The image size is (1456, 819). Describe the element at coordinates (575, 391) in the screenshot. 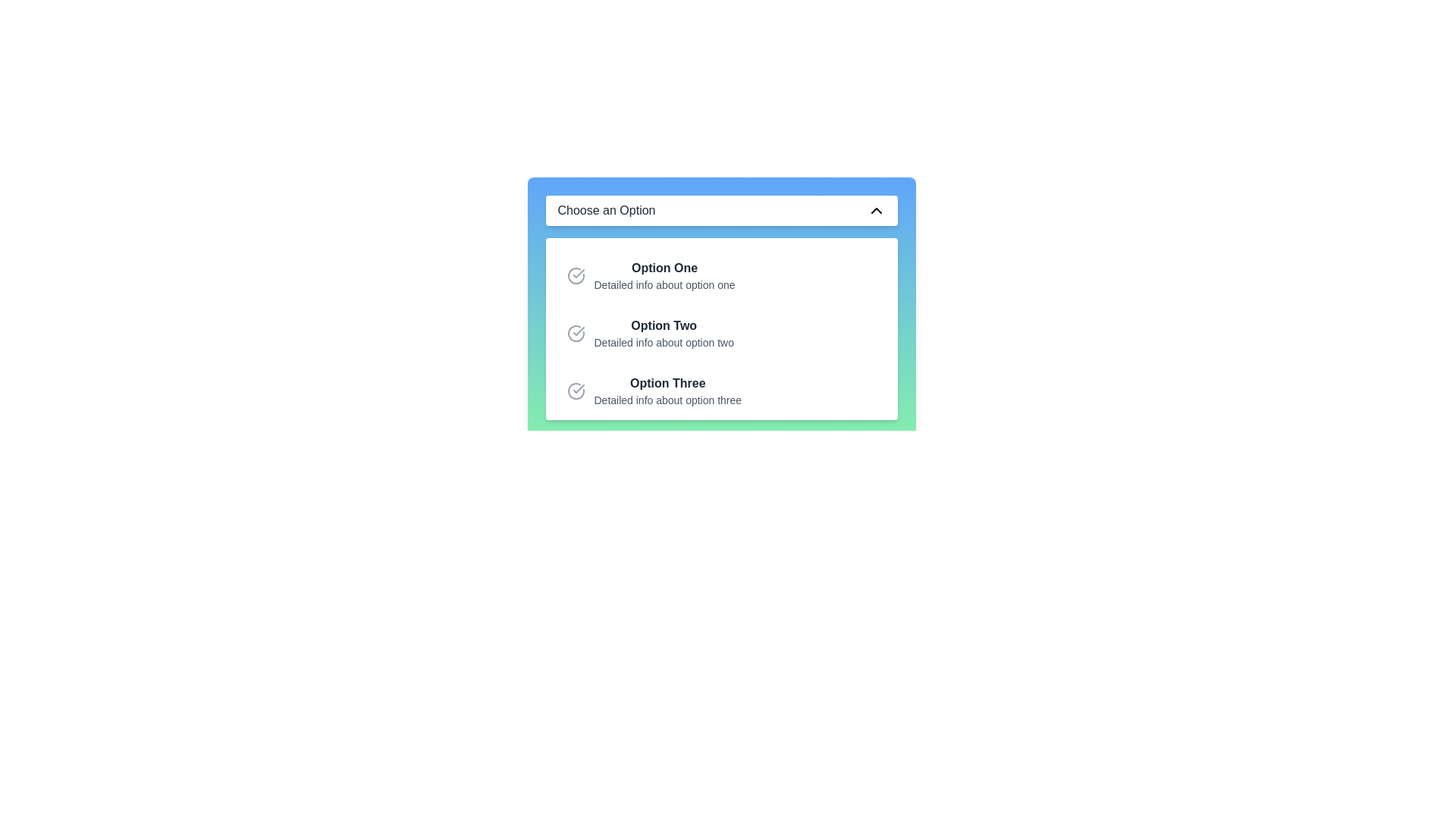

I see `the Checkmark Circle icon located to the left of the text 'Option Three' in the dropdown menu` at that location.